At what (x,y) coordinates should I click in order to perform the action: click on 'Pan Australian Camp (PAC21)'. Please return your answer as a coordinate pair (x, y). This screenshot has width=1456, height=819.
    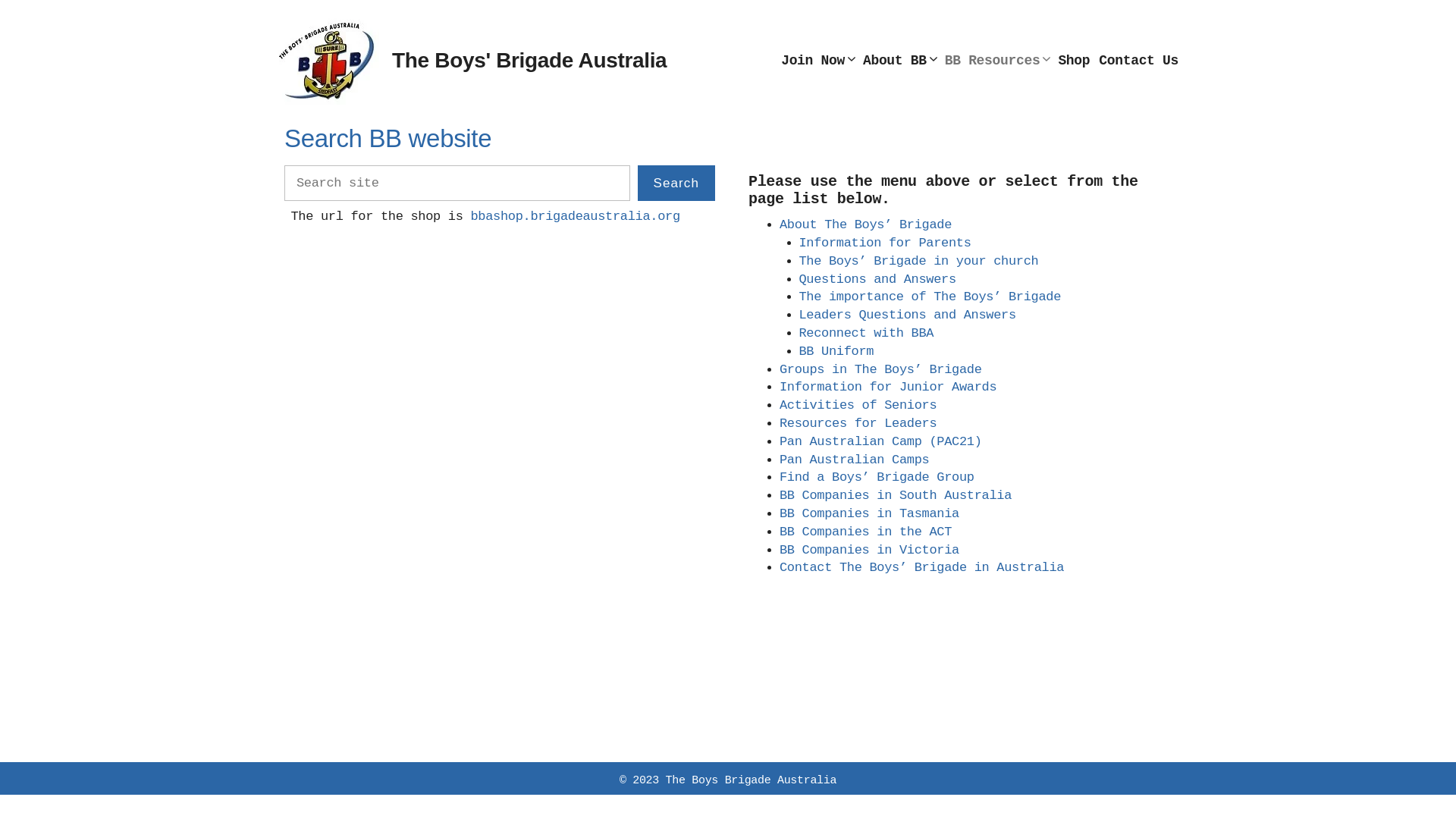
    Looking at the image, I should click on (880, 441).